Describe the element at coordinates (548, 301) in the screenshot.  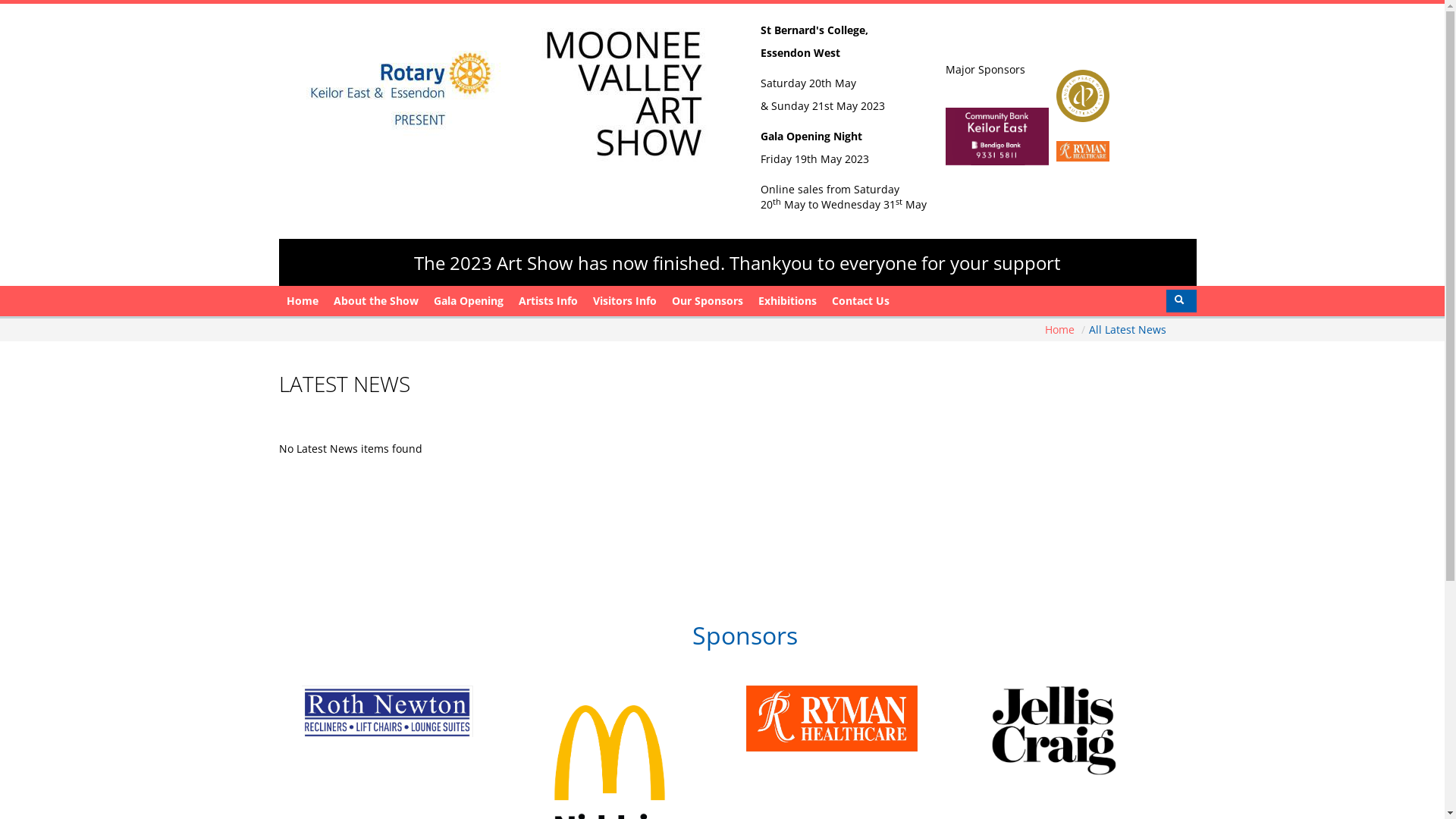
I see `'Artists Info'` at that location.